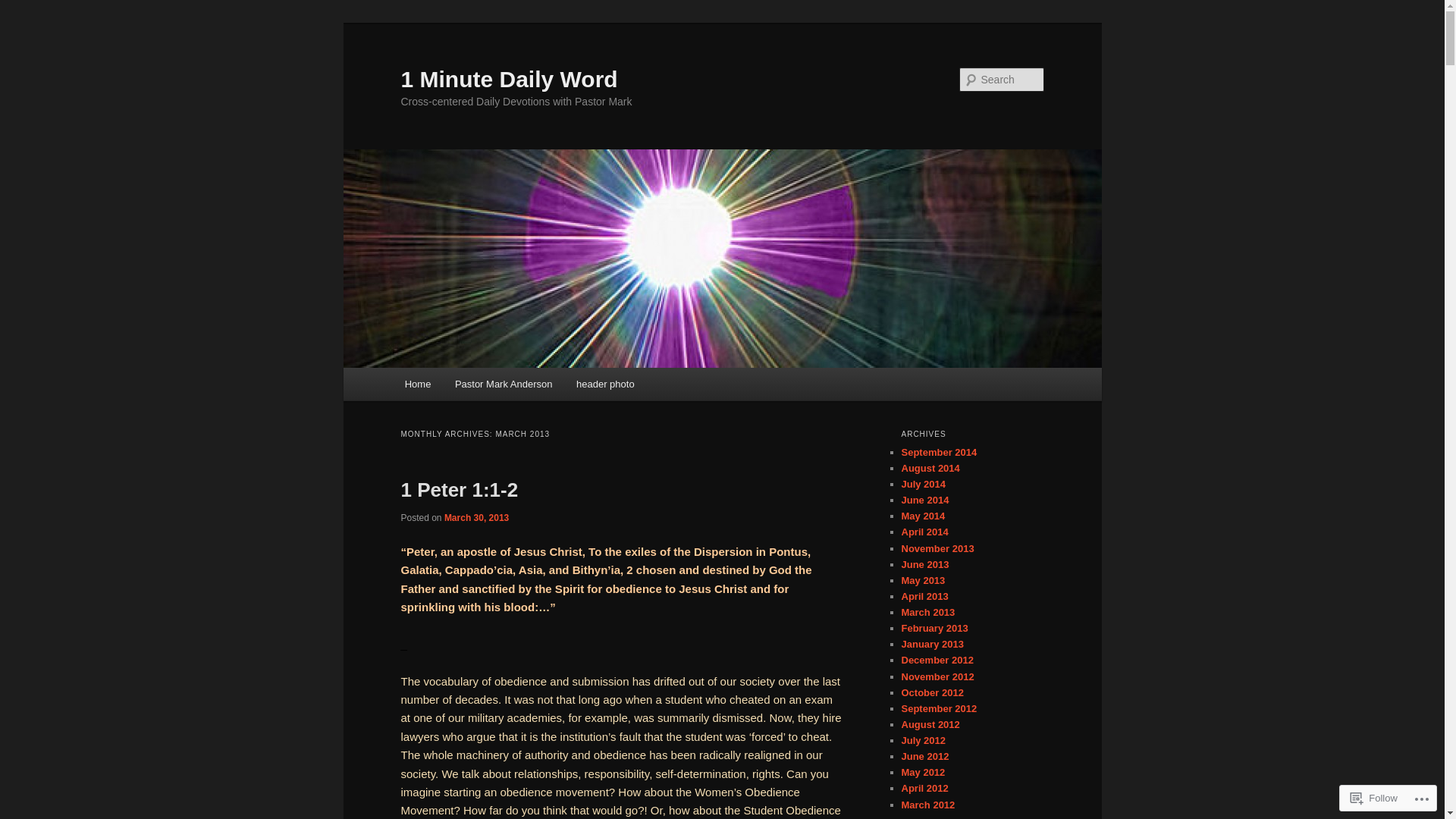 The width and height of the screenshot is (1456, 819). I want to click on 'Follow', so click(1344, 797).